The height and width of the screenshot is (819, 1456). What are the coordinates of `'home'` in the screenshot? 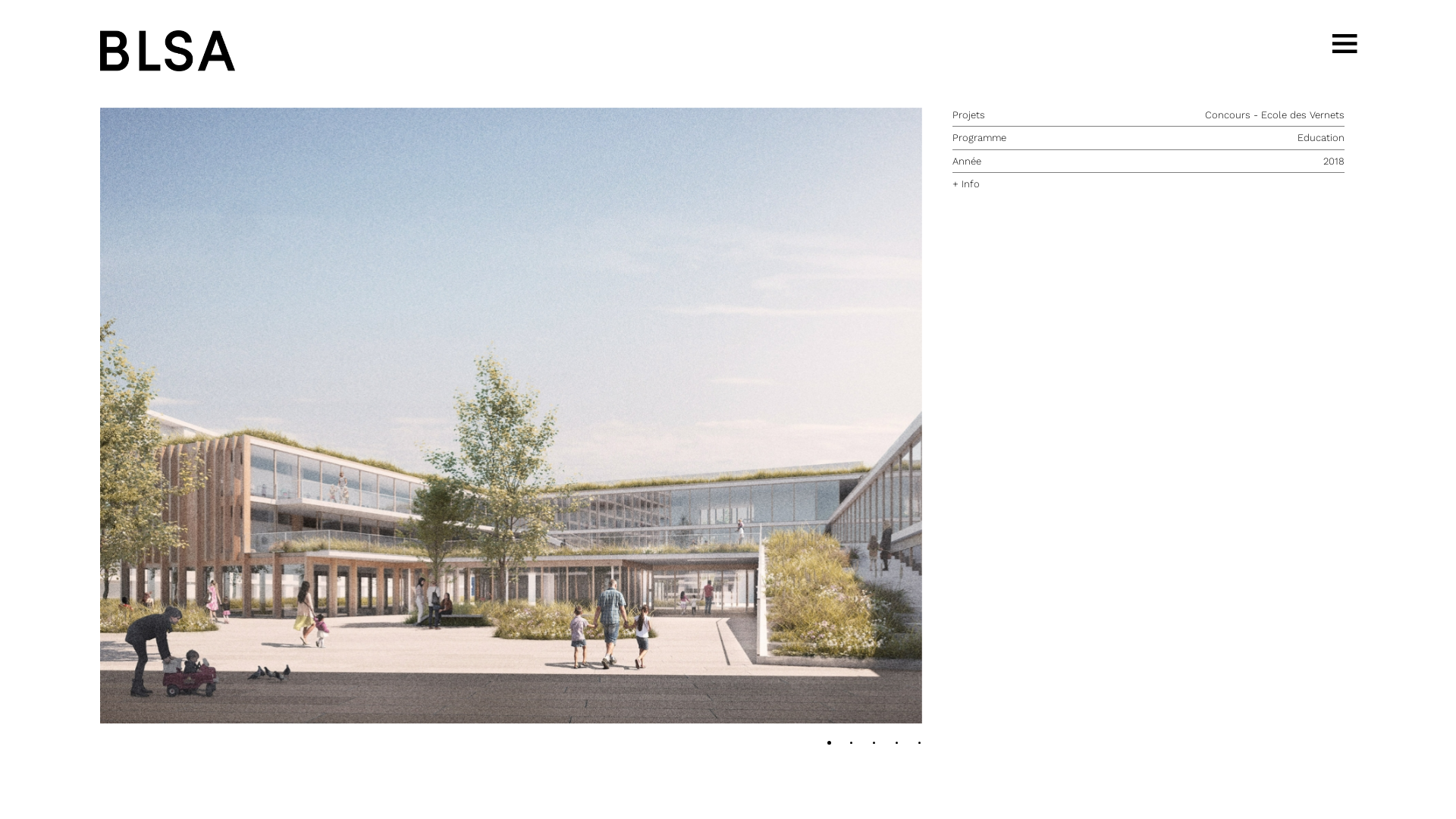 It's located at (167, 49).